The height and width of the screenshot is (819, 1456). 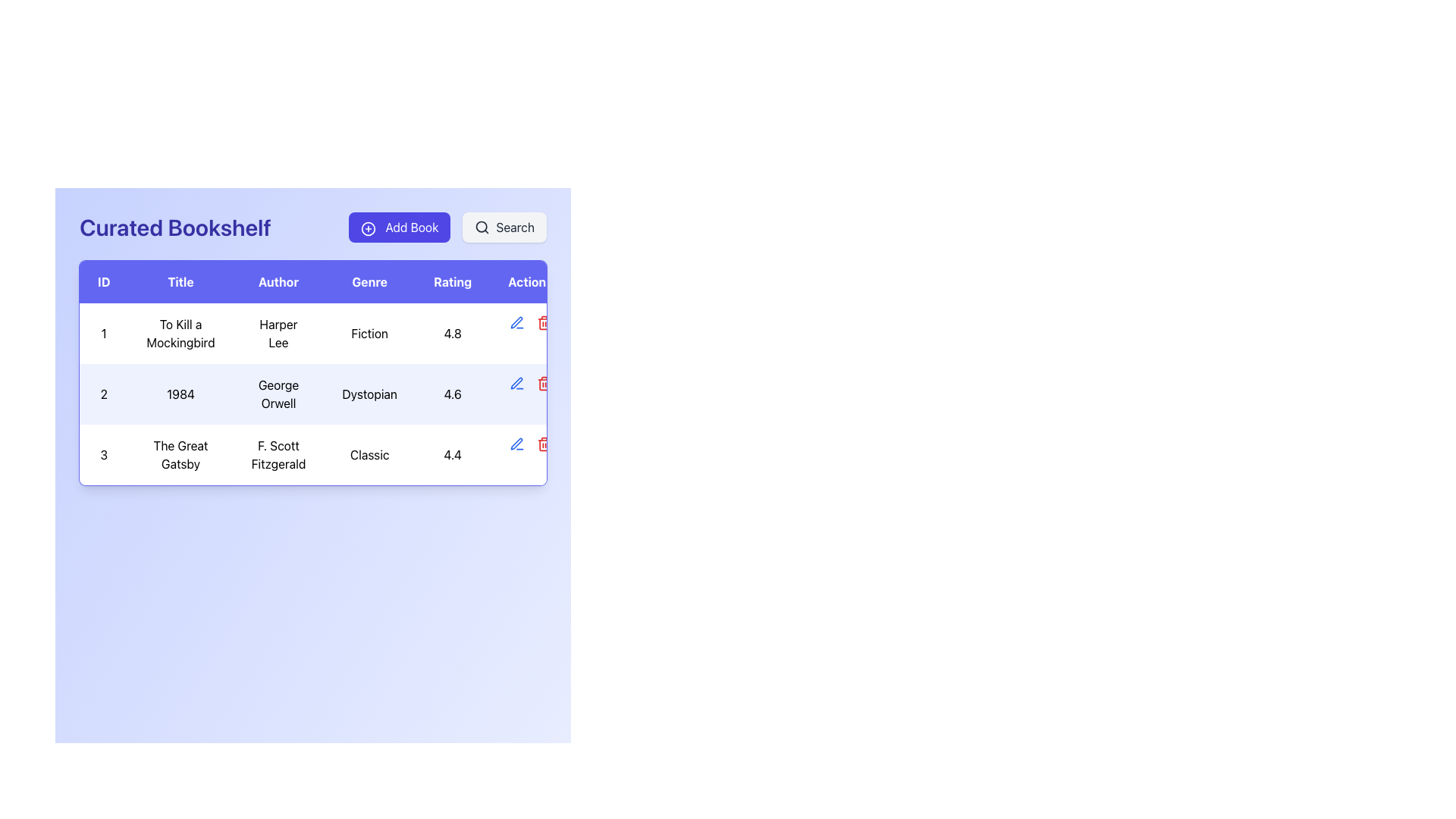 I want to click on the red trash can icon button located in the last column of the table, associated with the book 'To Kill a Mockingbird', so click(x=544, y=322).